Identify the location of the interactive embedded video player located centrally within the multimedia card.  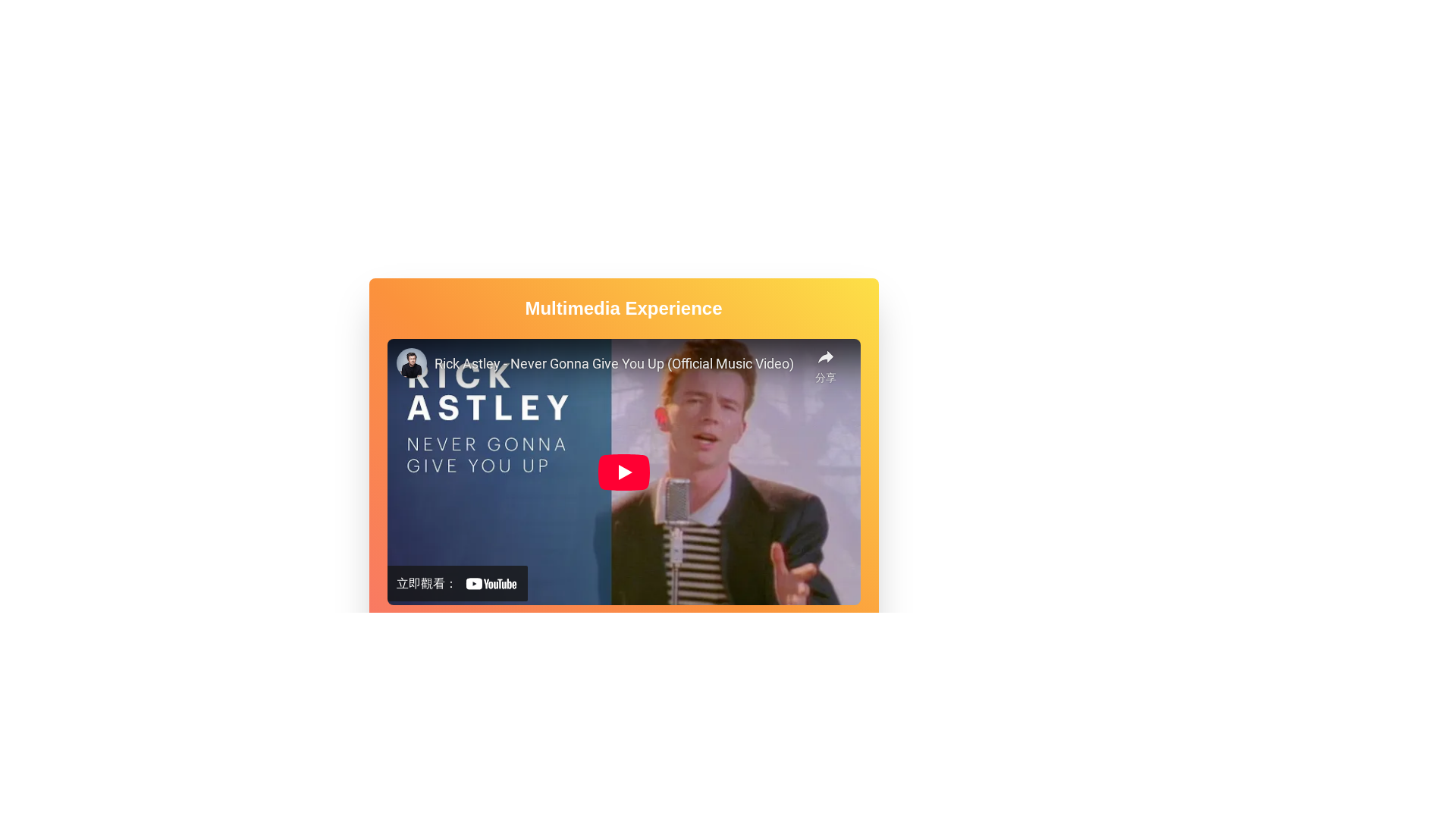
(623, 471).